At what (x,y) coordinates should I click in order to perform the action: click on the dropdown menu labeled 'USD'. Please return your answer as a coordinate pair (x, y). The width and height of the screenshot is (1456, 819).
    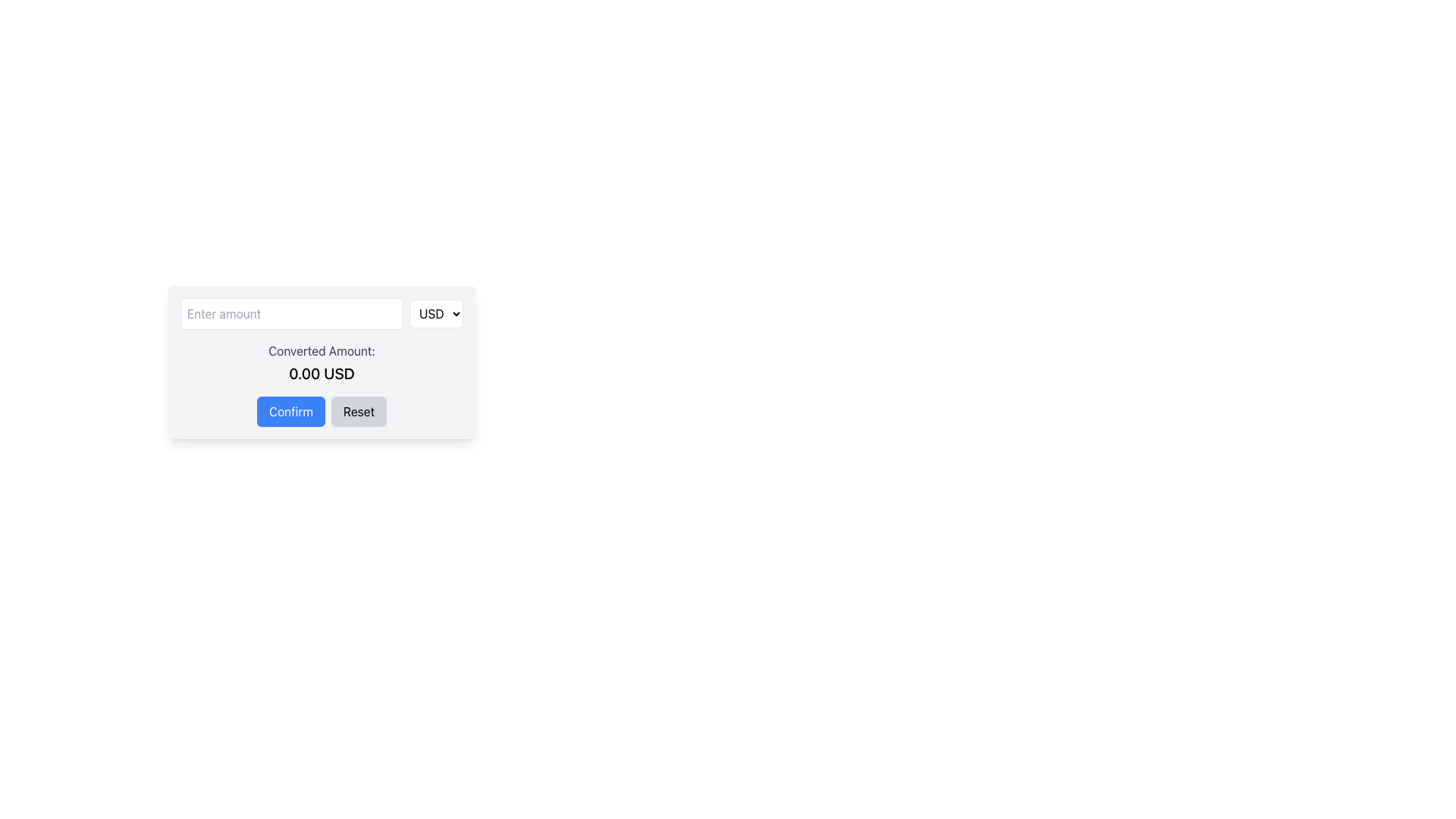
    Looking at the image, I should click on (435, 312).